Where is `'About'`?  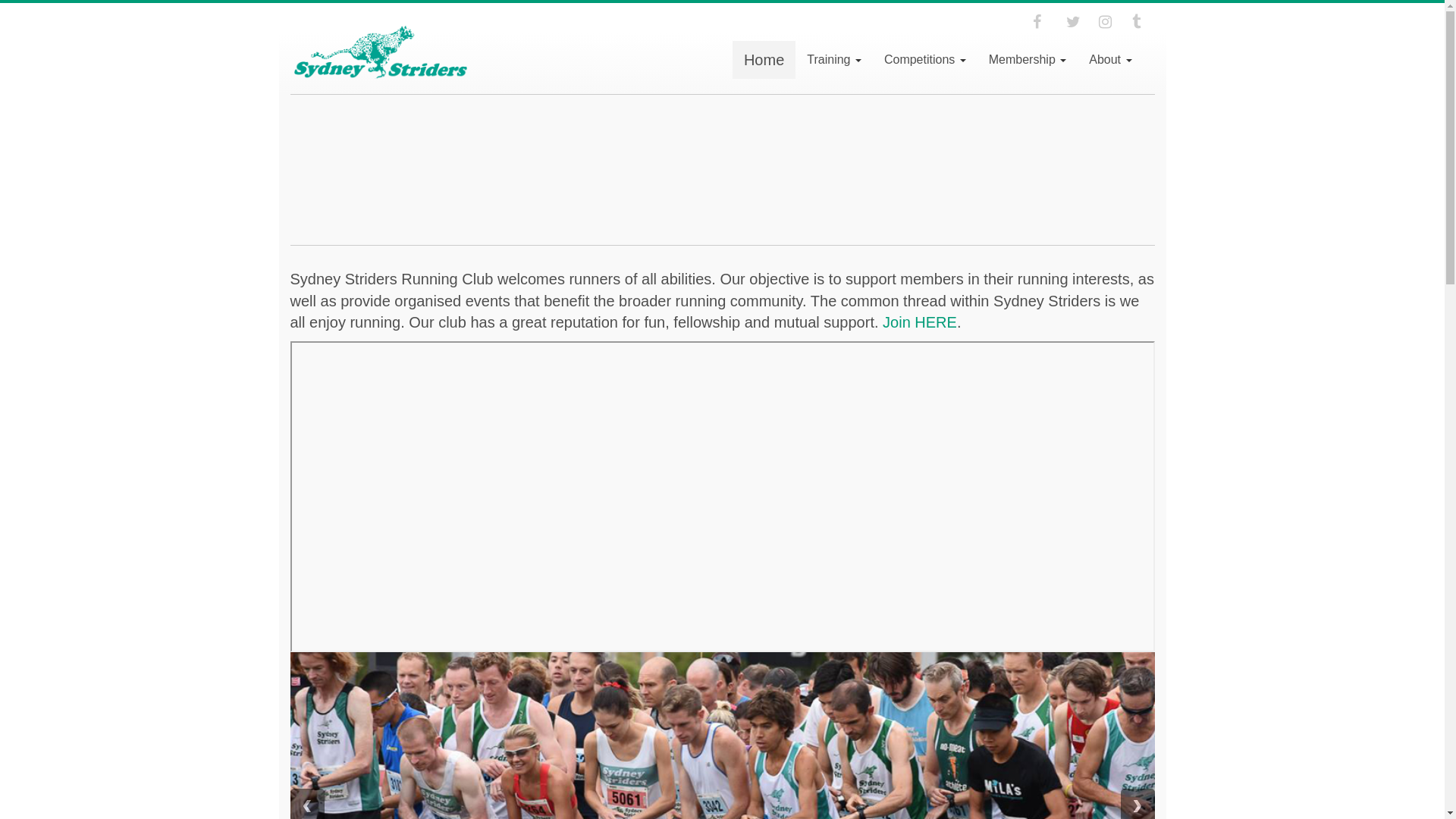
'About' is located at coordinates (1110, 58).